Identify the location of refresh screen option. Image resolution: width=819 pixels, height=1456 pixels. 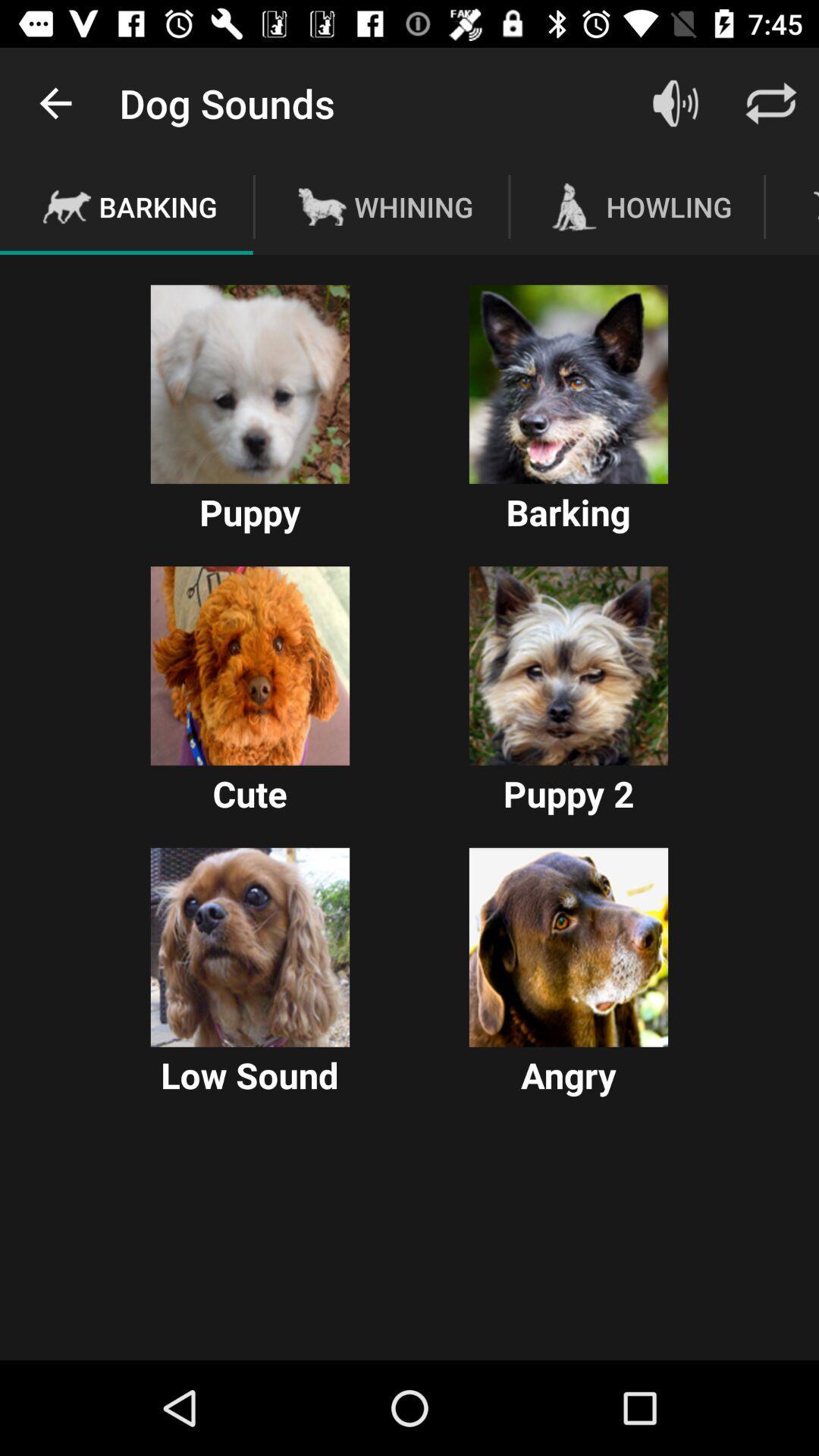
(771, 102).